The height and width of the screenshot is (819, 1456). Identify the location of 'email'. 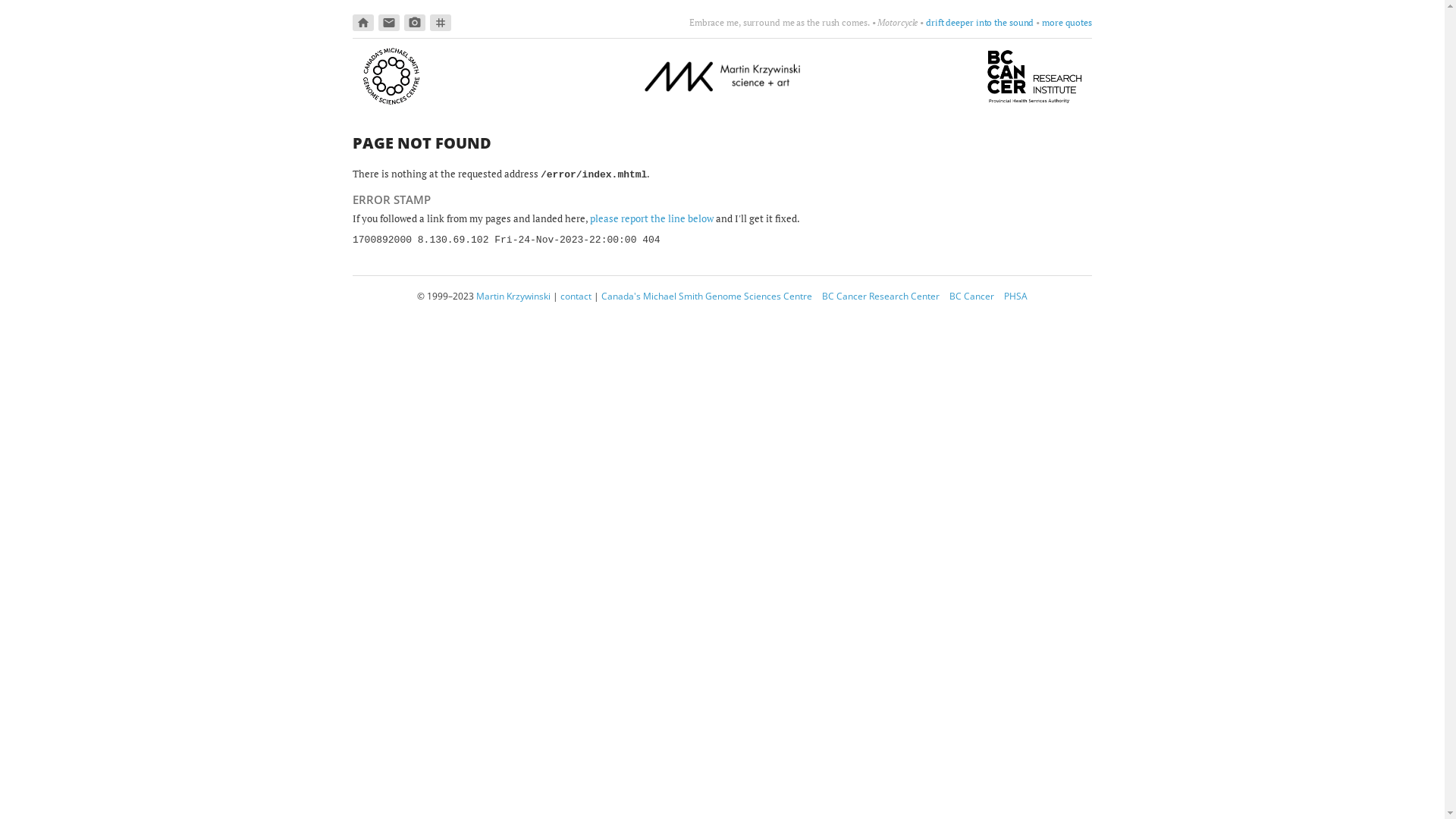
(389, 23).